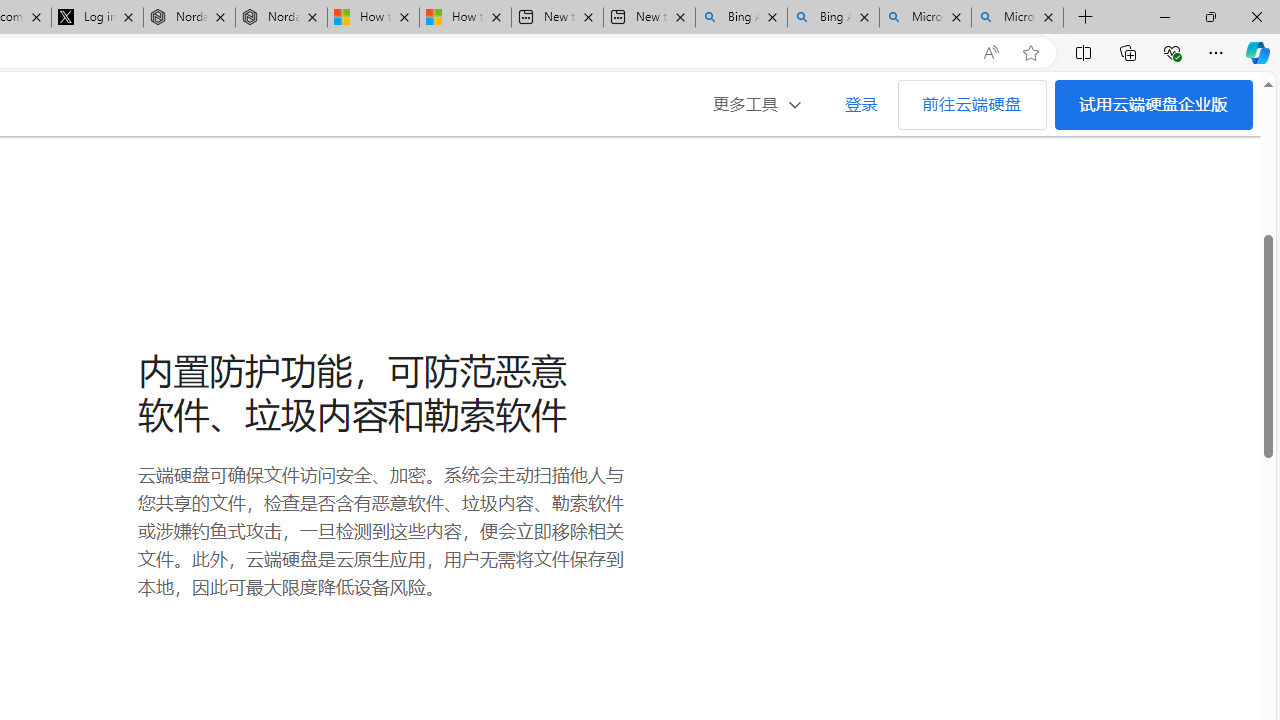  Describe the element at coordinates (96, 17) in the screenshot. I see `'Log in to X / X'` at that location.